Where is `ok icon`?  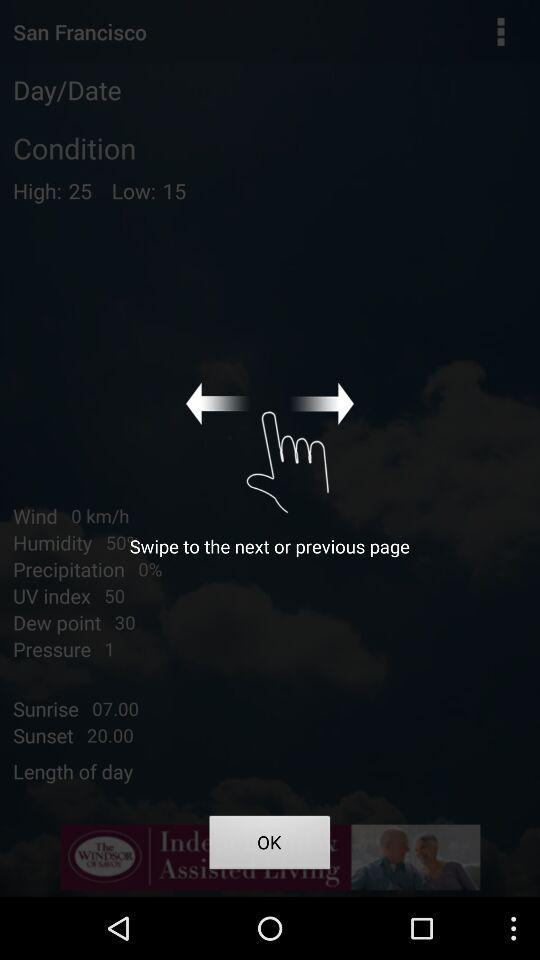 ok icon is located at coordinates (270, 844).